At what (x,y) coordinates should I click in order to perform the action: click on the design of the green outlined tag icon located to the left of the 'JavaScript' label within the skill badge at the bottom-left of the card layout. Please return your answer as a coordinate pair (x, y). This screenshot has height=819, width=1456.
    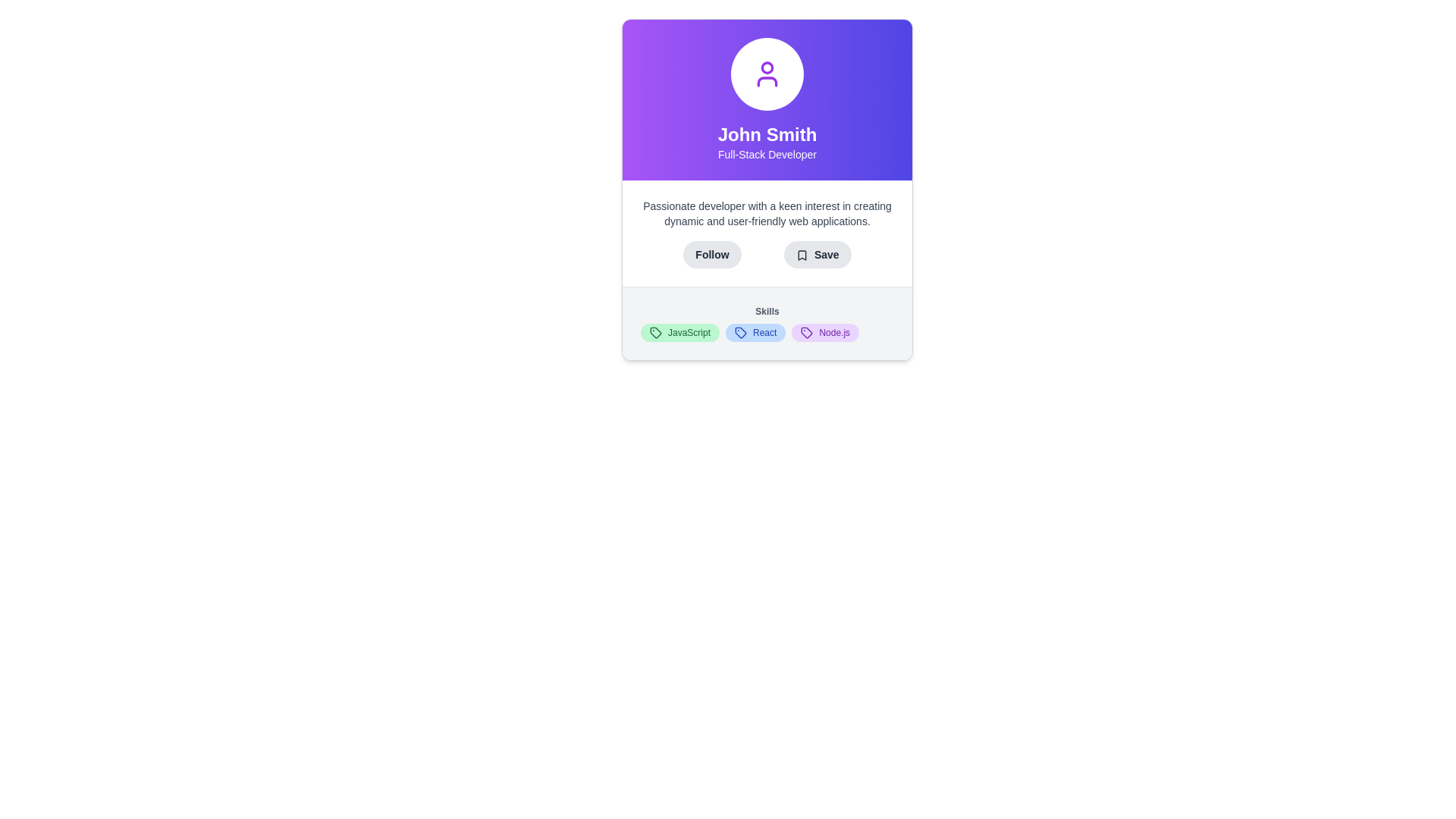
    Looking at the image, I should click on (655, 332).